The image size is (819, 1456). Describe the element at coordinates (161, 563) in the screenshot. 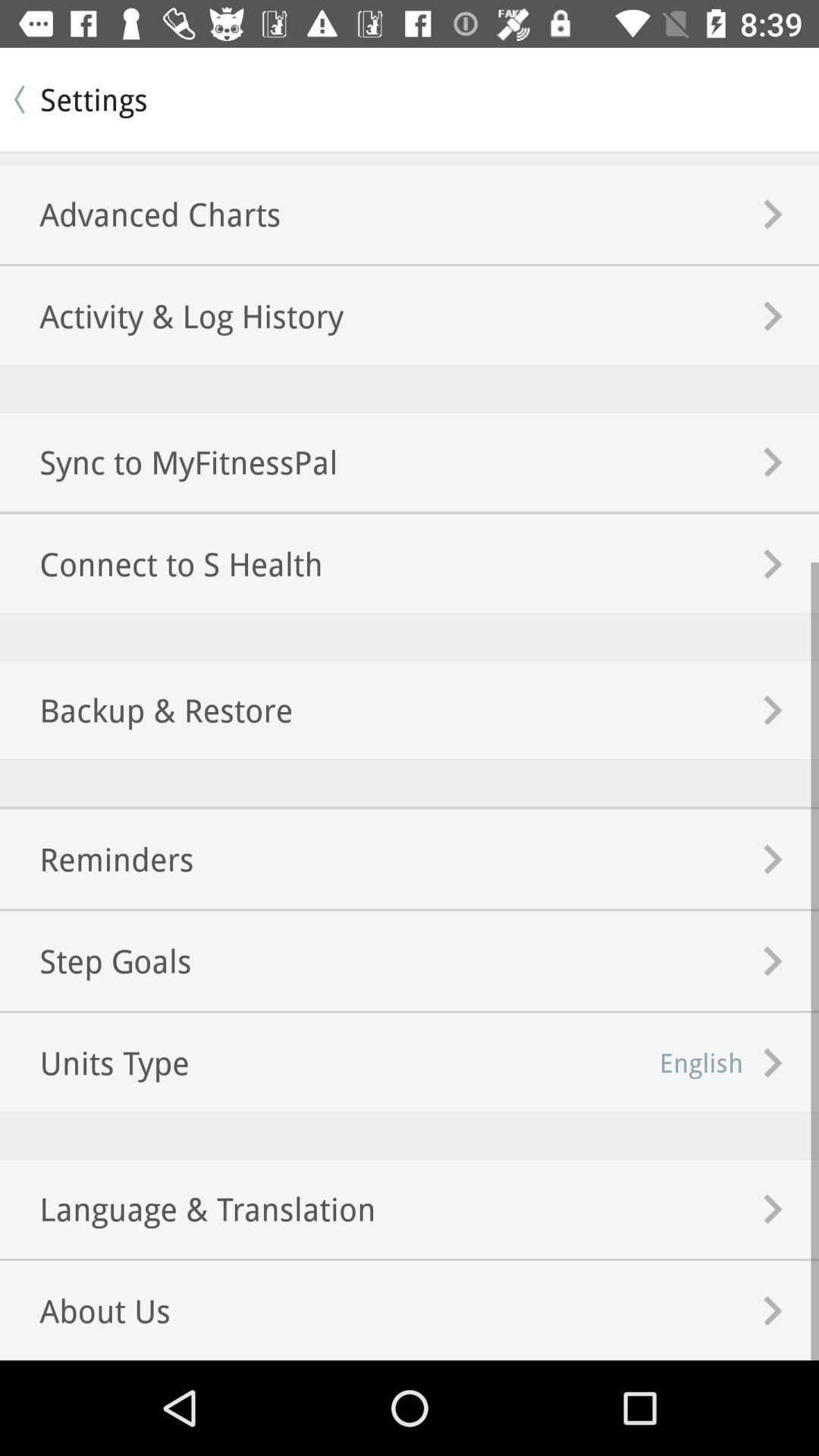

I see `connect to s icon` at that location.